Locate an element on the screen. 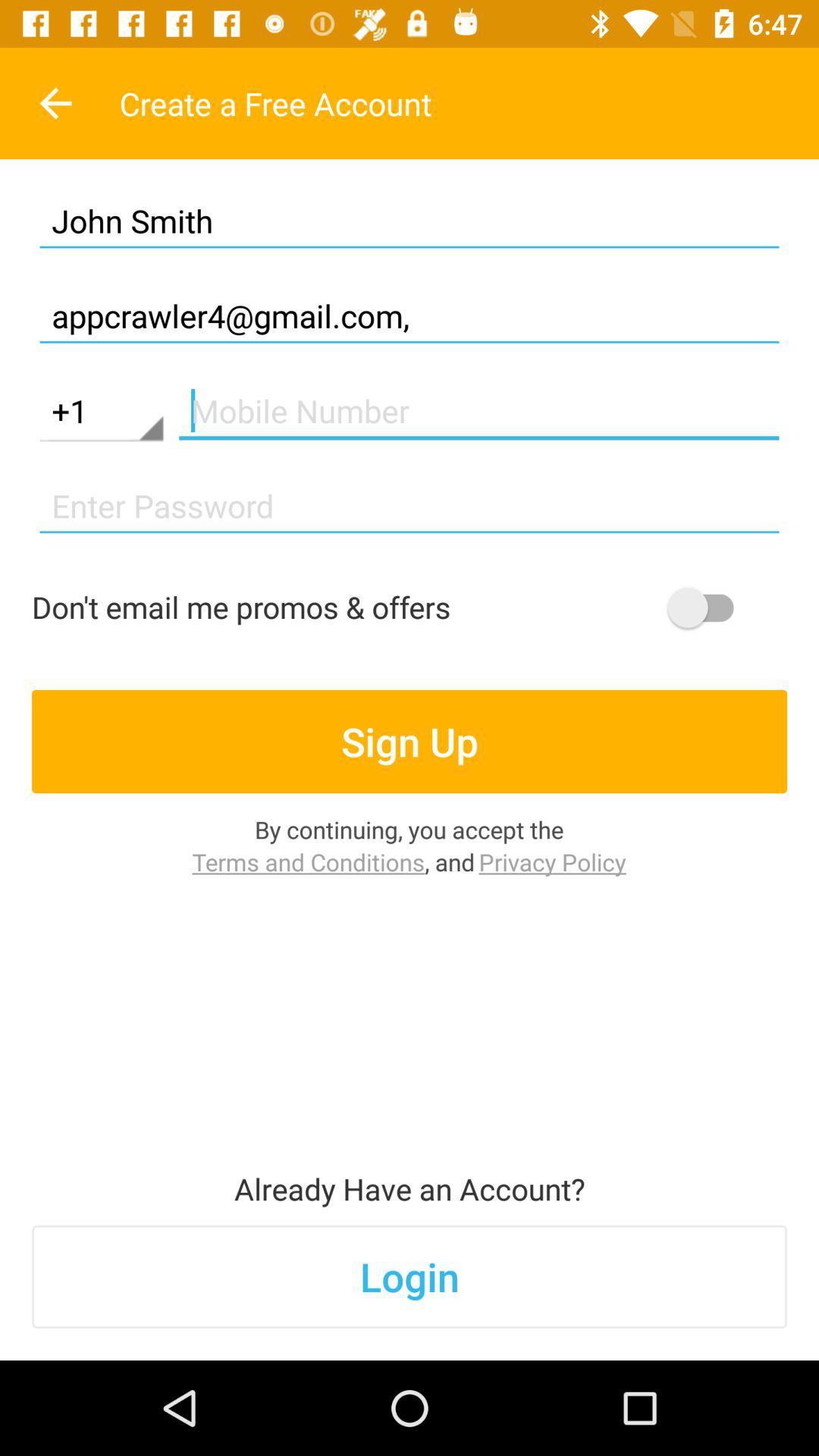 The height and width of the screenshot is (1456, 819). on is located at coordinates (708, 607).